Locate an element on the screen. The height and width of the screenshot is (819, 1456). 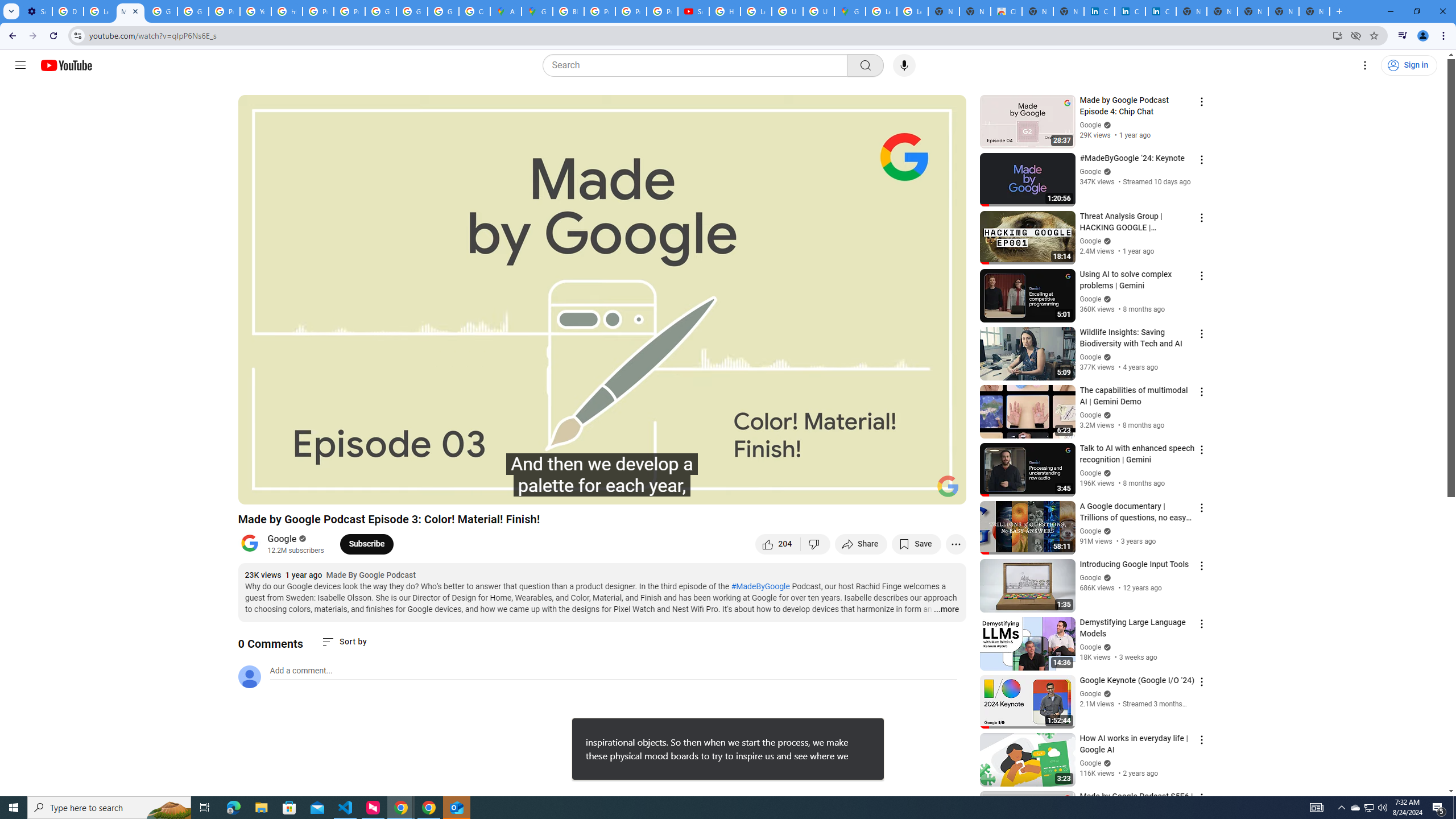
'Install YouTube' is located at coordinates (1337, 35).